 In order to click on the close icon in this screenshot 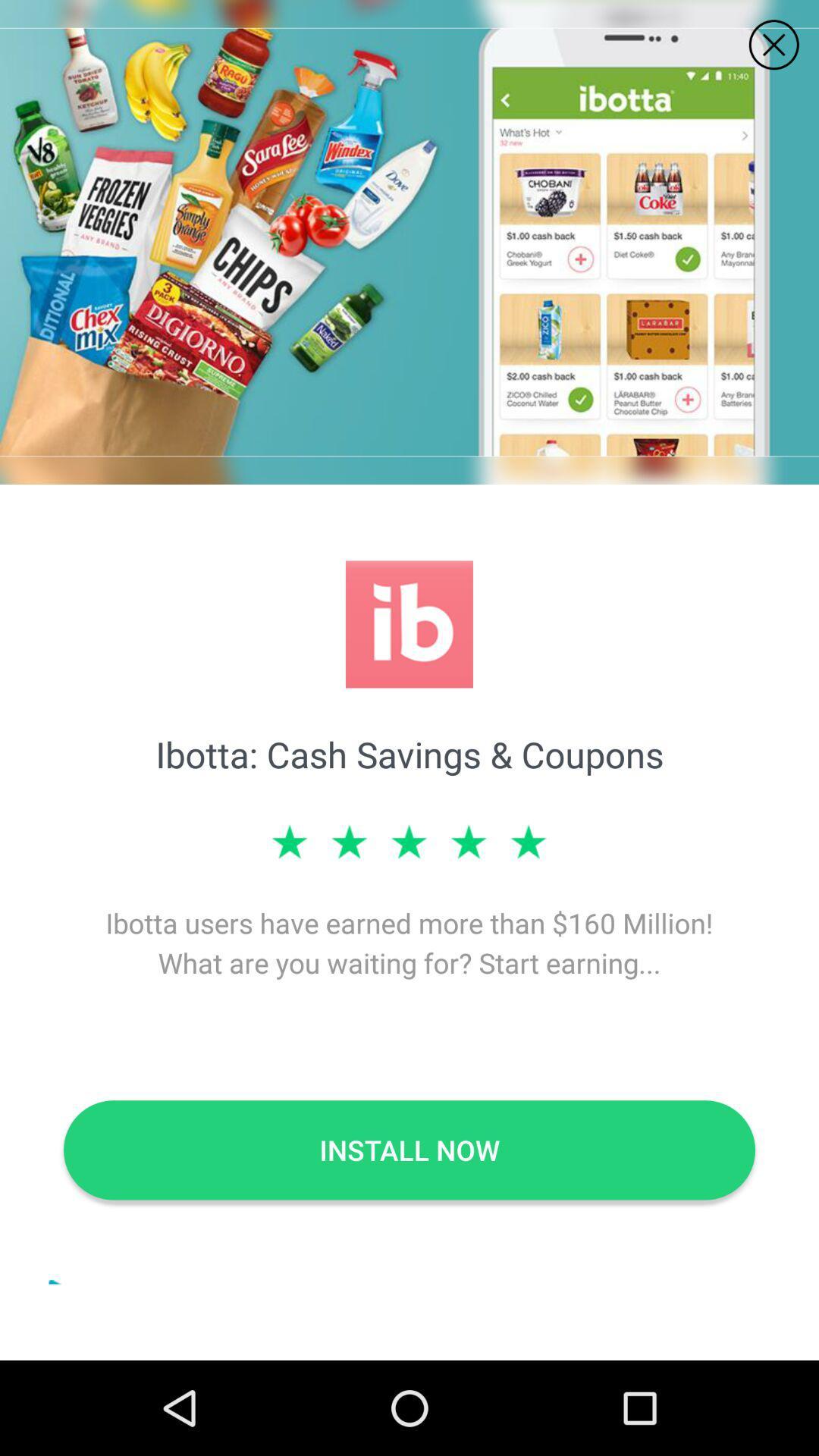, I will do `click(773, 45)`.